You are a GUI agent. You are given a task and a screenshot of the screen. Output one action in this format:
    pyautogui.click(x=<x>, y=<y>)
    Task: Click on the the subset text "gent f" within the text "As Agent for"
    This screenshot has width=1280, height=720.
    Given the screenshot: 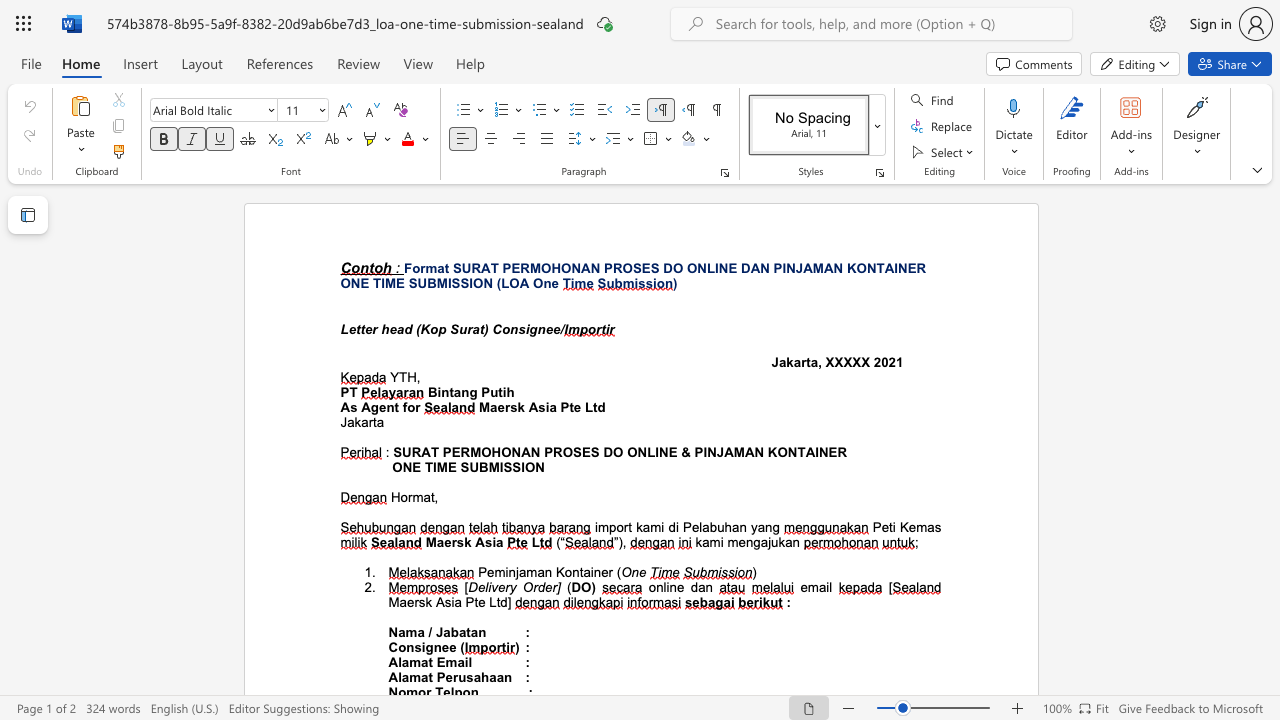 What is the action you would take?
    pyautogui.click(x=370, y=406)
    